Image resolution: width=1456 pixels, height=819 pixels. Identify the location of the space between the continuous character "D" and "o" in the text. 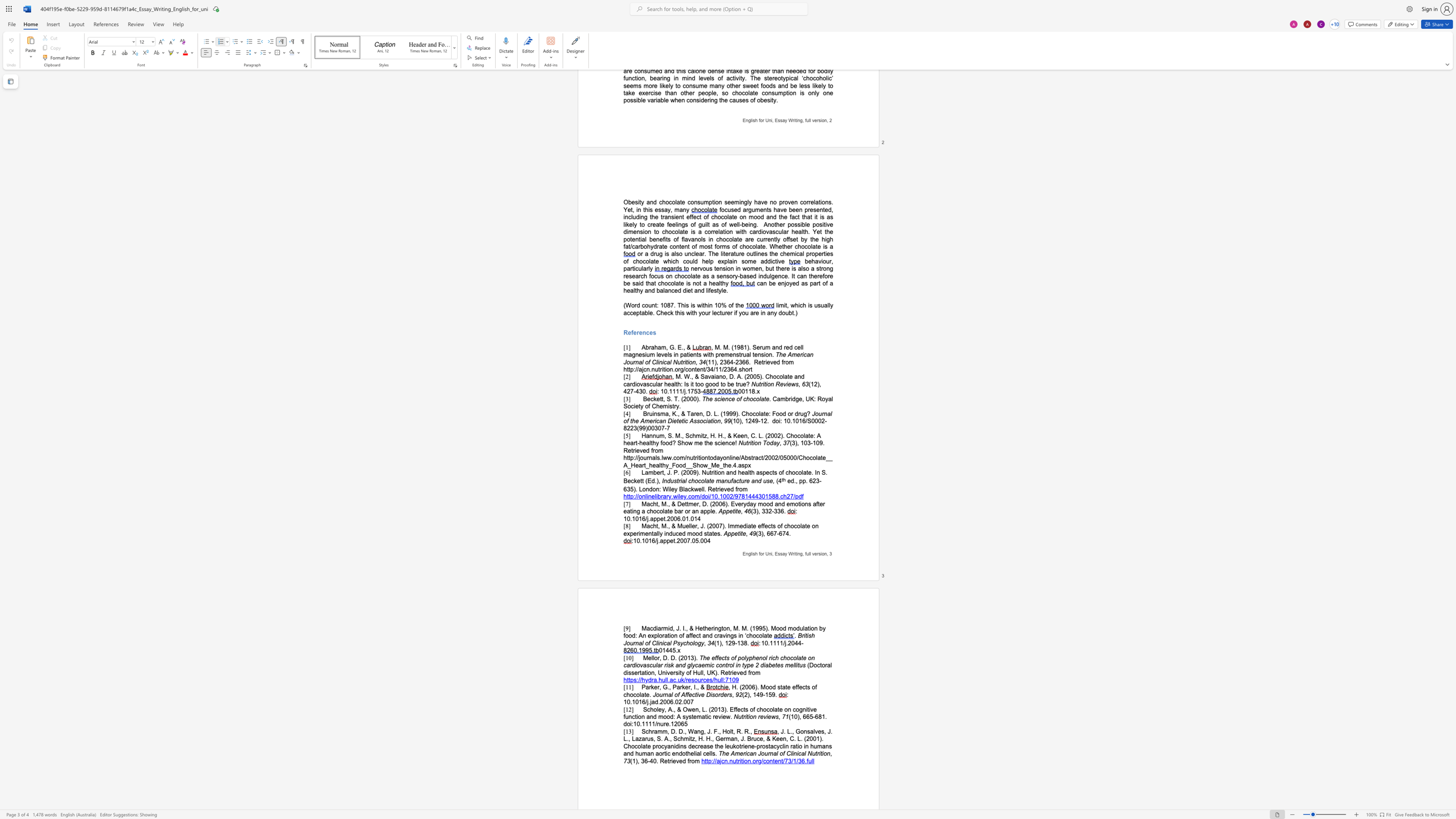
(813, 665).